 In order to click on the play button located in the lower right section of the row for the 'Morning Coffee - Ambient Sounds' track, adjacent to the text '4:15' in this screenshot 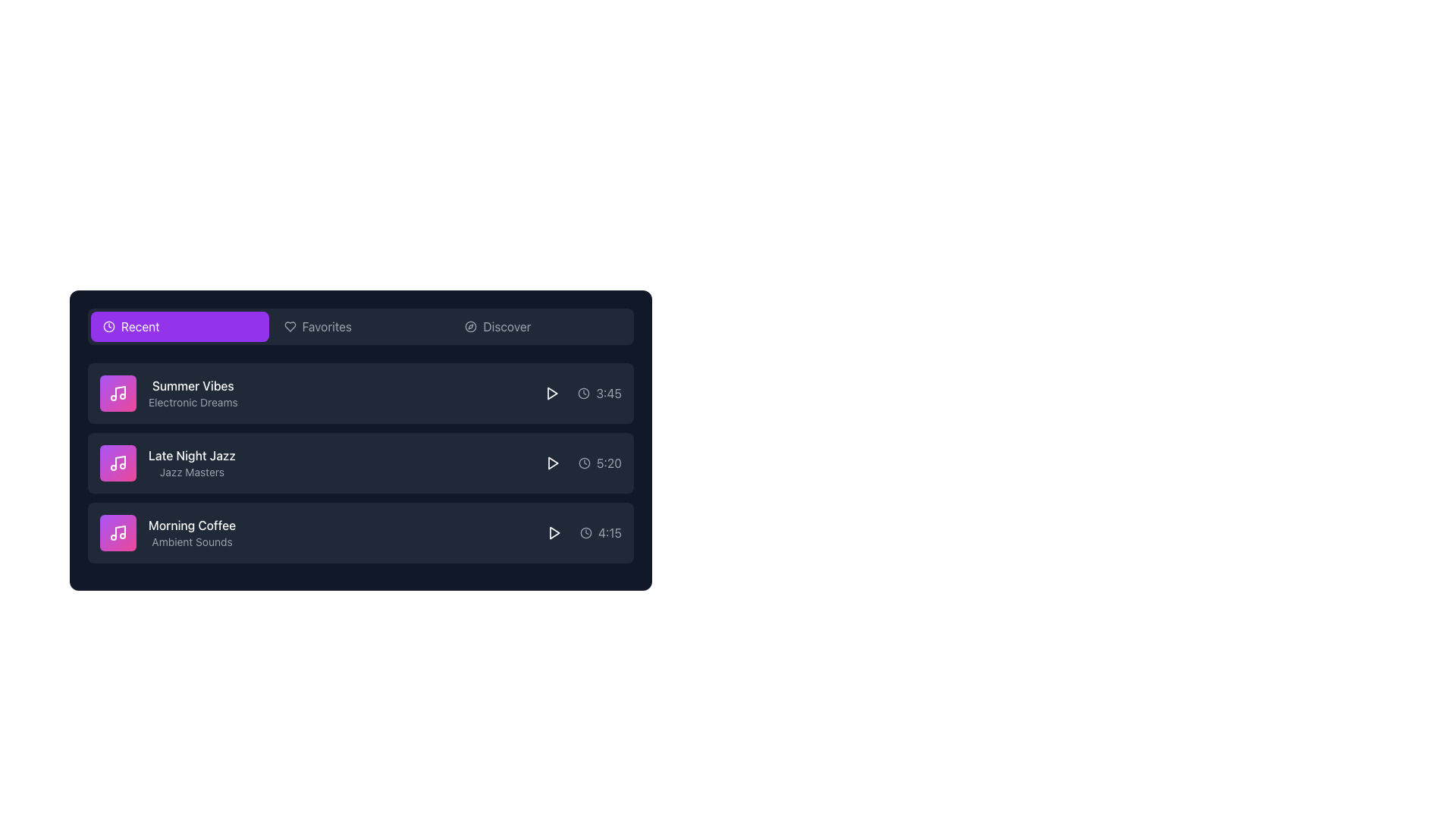, I will do `click(553, 532)`.